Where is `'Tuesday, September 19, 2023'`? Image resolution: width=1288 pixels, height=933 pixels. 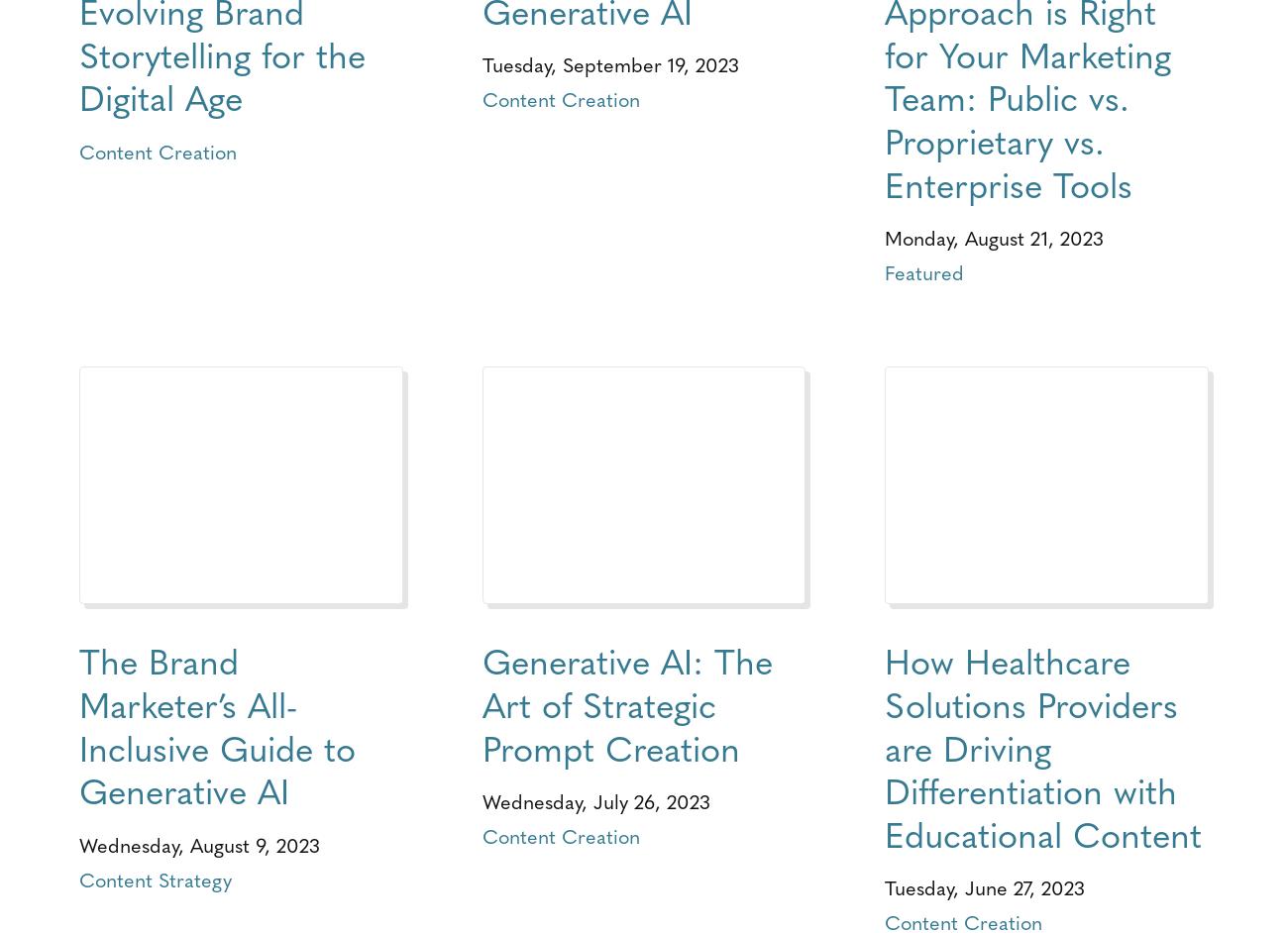 'Tuesday, September 19, 2023' is located at coordinates (609, 62).